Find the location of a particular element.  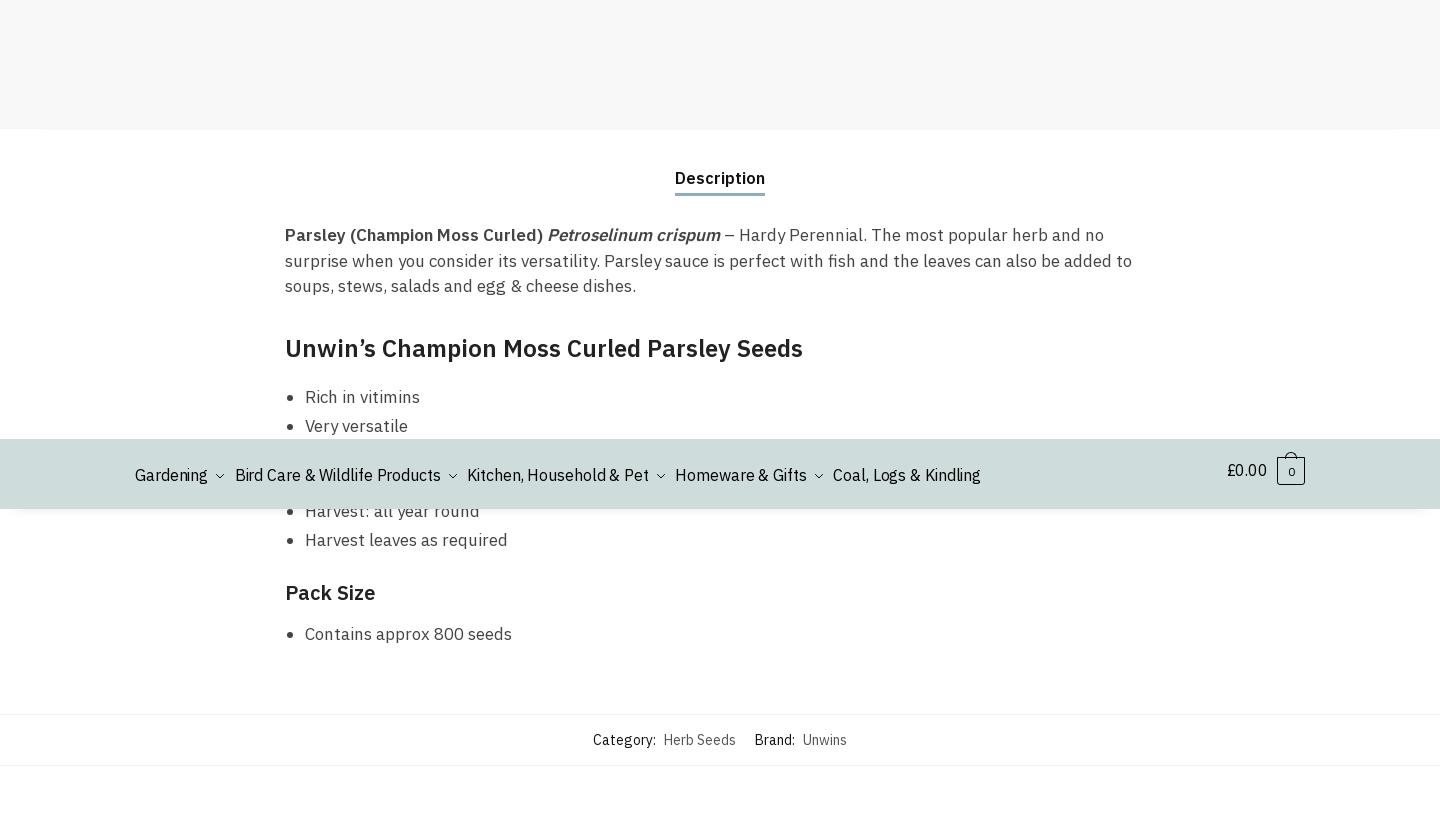

'Shrewsbury' is located at coordinates (134, 217).